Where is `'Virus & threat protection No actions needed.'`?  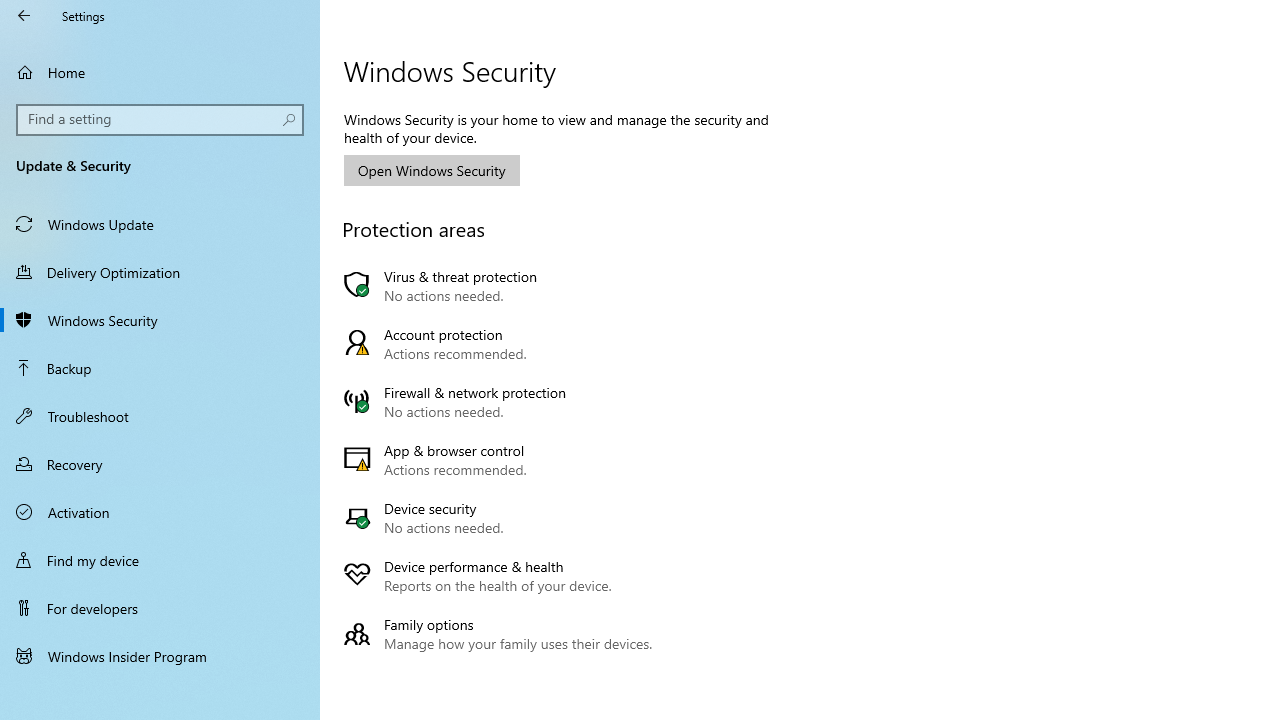
'Virus & threat protection No actions needed.' is located at coordinates (503, 286).